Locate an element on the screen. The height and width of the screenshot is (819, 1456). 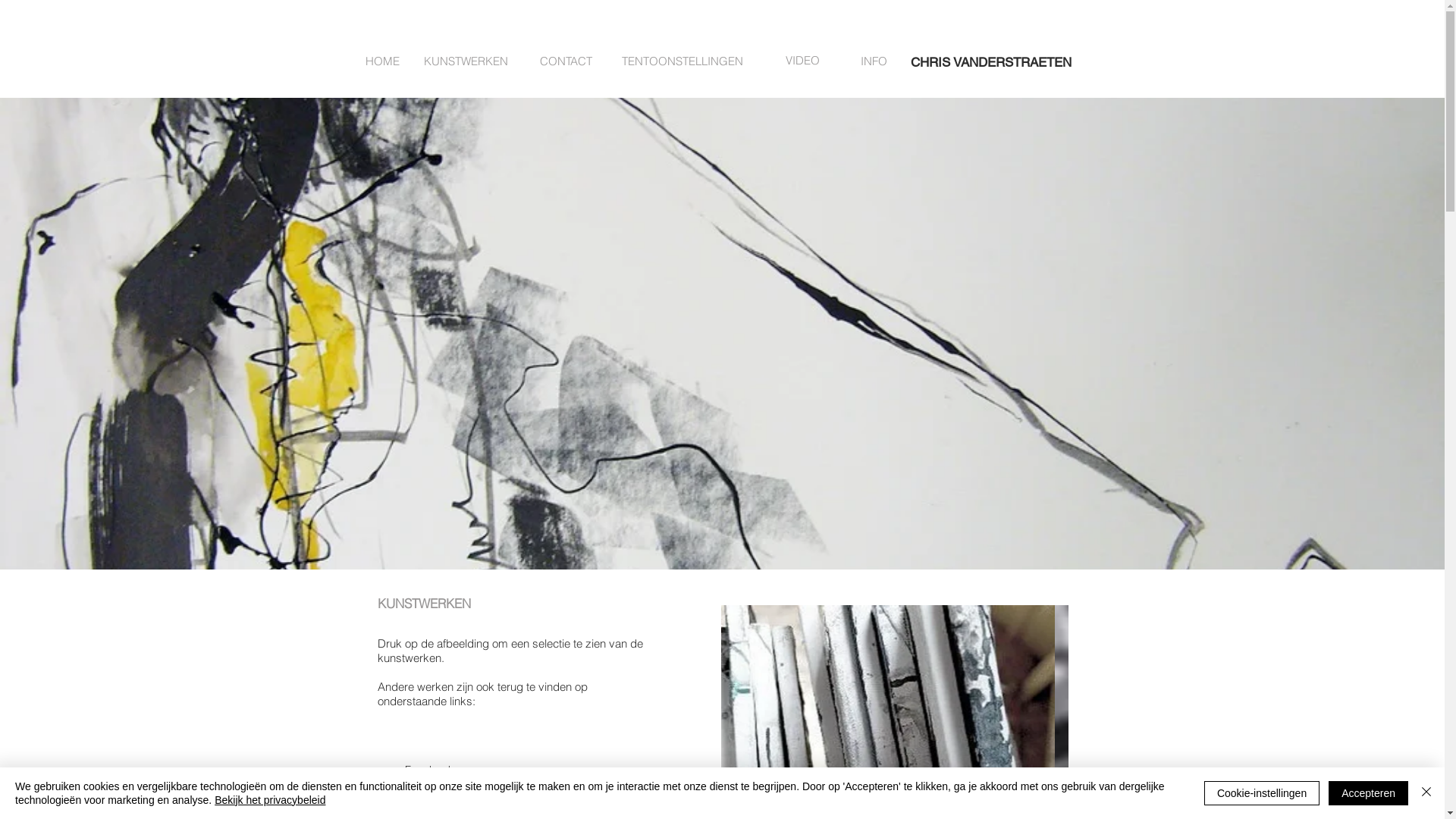
'VIDEO' is located at coordinates (802, 59).